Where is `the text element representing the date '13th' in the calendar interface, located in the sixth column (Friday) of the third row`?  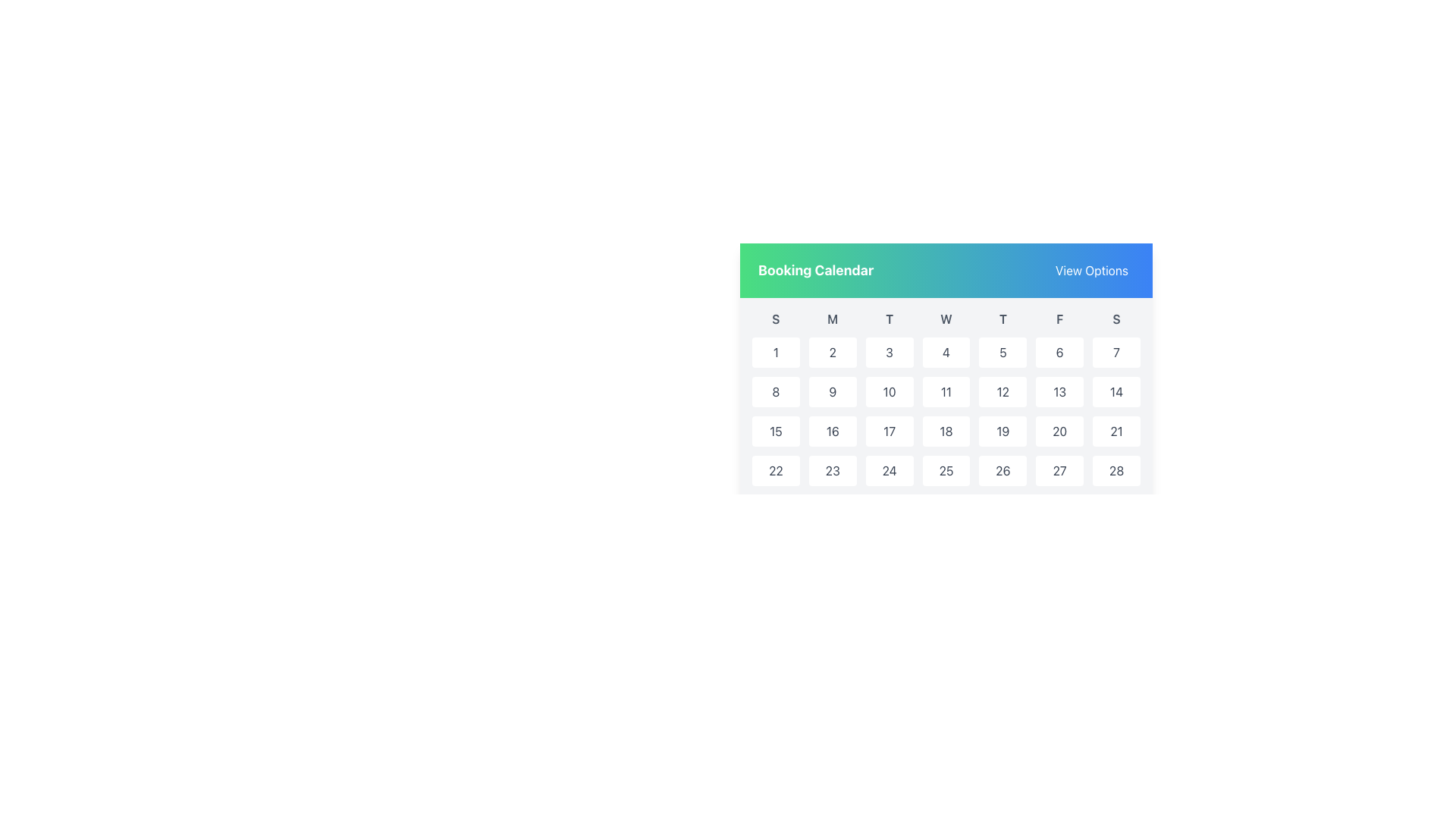 the text element representing the date '13th' in the calendar interface, located in the sixth column (Friday) of the third row is located at coordinates (1059, 391).